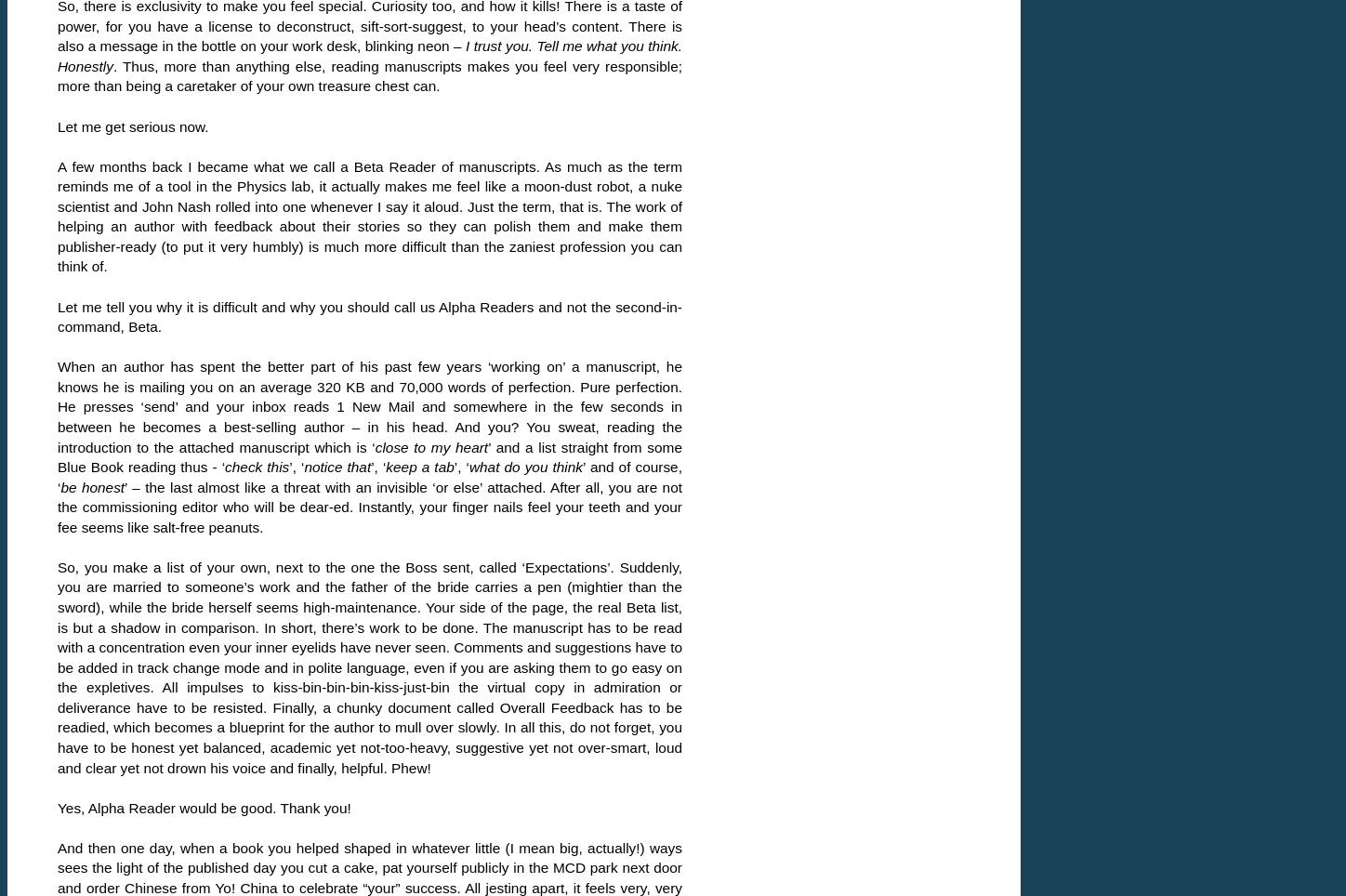  Describe the element at coordinates (57, 666) in the screenshot. I see `'So, you make a list of your own, next to the one the Boss sent, called ‘Expectations’. Suddenly, you are married to someone’s work and the father of the bride carries a pen (mightier than the sword), while the bride herself seems high-maintenance. Your side of the page, the real Beta list, is but a shadow in comparison. In short, there’s work to be done. The manuscript has to be read with a concentration even your inner eyelids have never seen. Comments and suggestions have to be added in track change mode and in polite language, even if you are asking them to go easy on the expletives. All impulses to kiss-bin-bin-bin-kiss-just-bin the virtual copy in admiration or deliverance have to be resisted. Finally, a chunky document called Overall Feedback has to be readied, which becomes a blueprint for the author to mull over slowly. In all this, do not forget, you have to be honest yet balanced, academic yet not-too-heavy, suggestive yet not over-smart, loud and clear yet not drown his voice and finally, helpful. Phew!'` at that location.